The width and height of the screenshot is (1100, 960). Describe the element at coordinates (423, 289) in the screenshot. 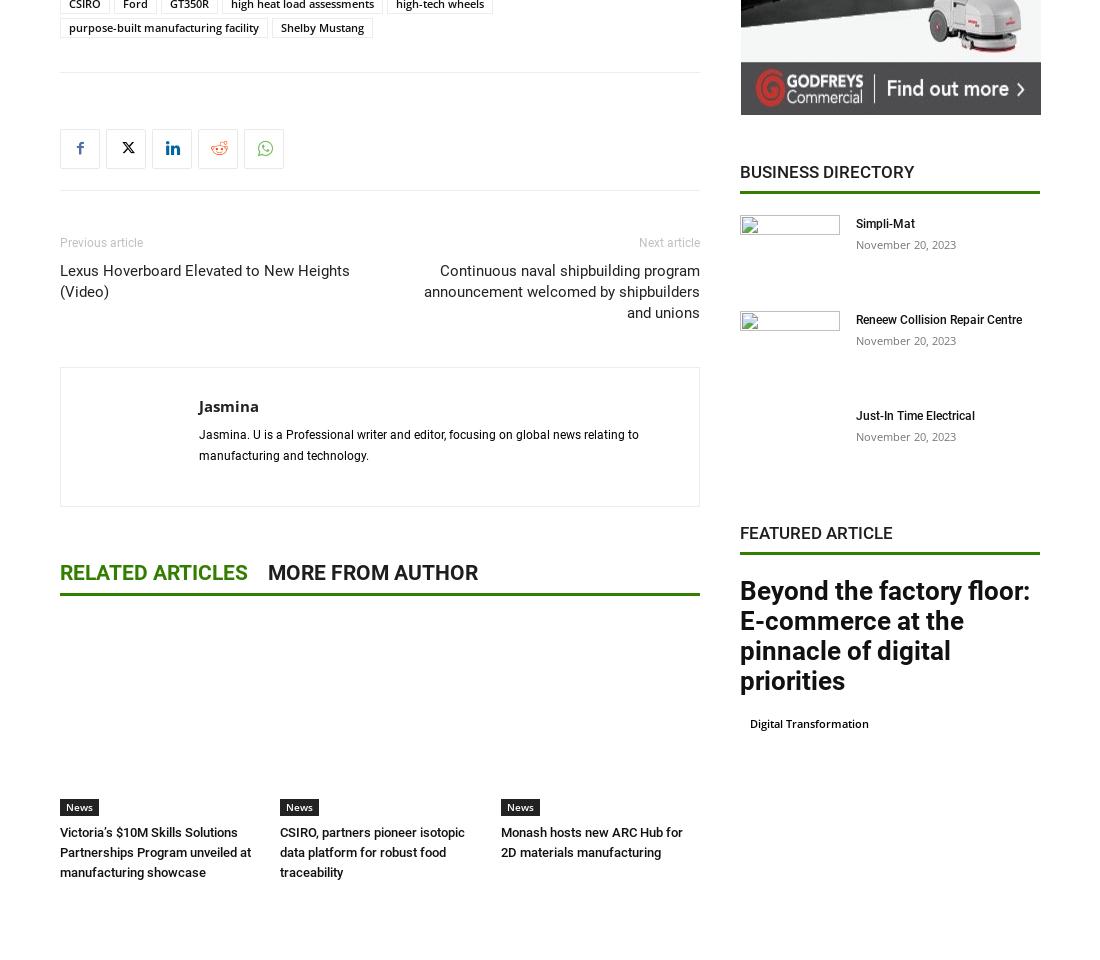

I see `'Continuous naval shipbuilding program announcement welcomed by shipbuilders and unions'` at that location.